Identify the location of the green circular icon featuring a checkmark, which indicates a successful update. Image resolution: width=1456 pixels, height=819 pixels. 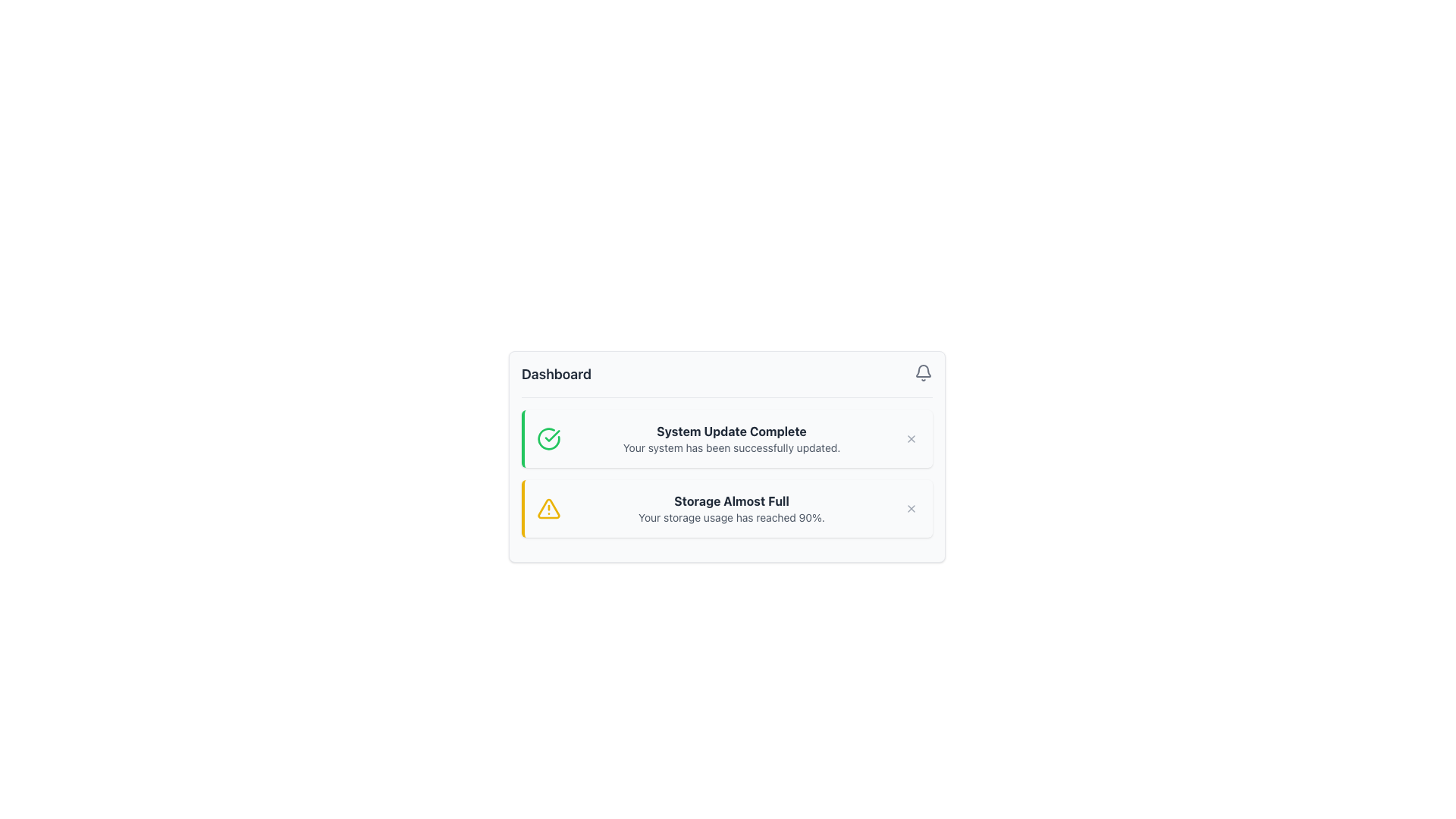
(548, 438).